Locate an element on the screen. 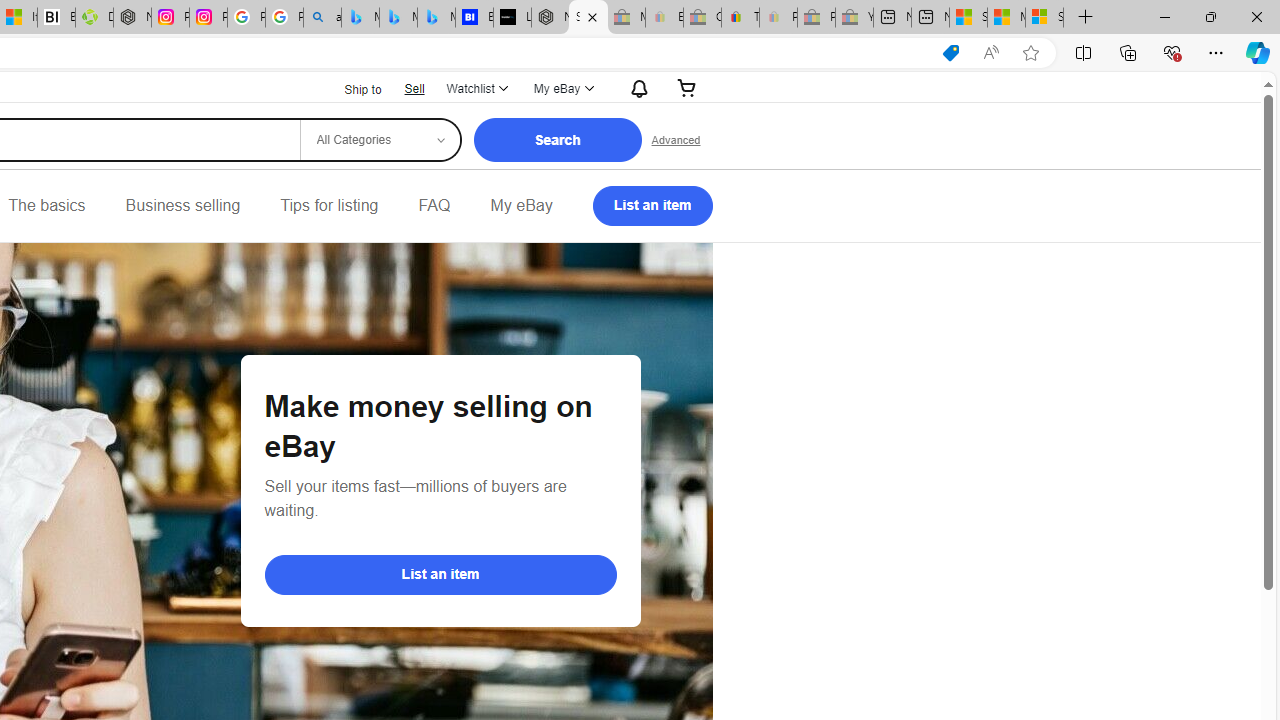 The image size is (1280, 720). 'The basics' is located at coordinates (46, 205).